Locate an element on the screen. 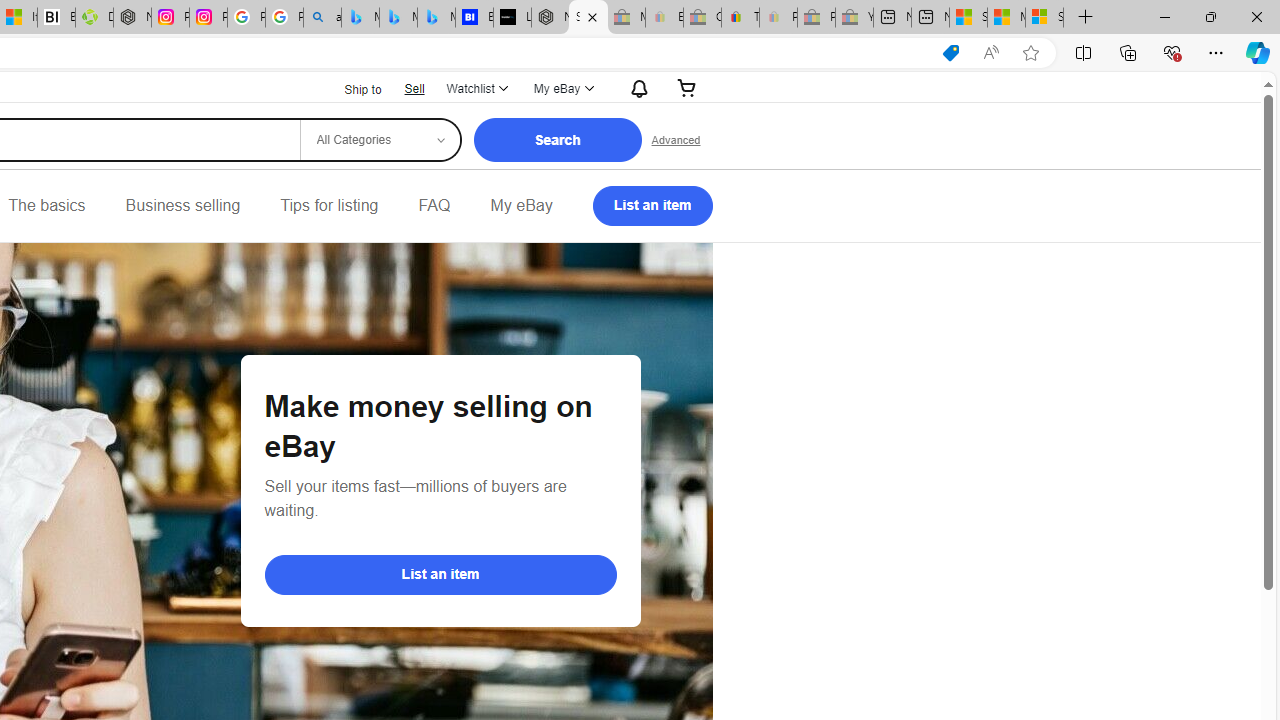 The image size is (1280, 720). 'The basics' is located at coordinates (46, 205).